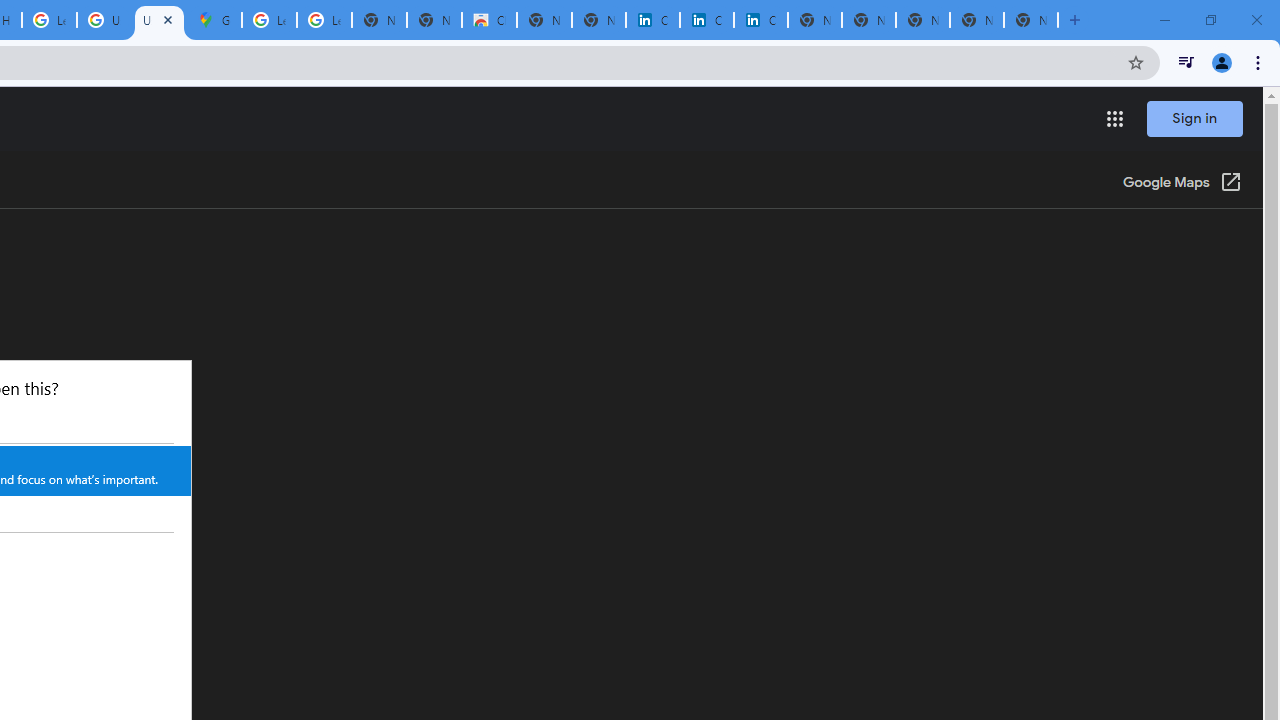 This screenshot has height=720, width=1280. I want to click on 'Google Maps (Open in a new window)', so click(1182, 183).